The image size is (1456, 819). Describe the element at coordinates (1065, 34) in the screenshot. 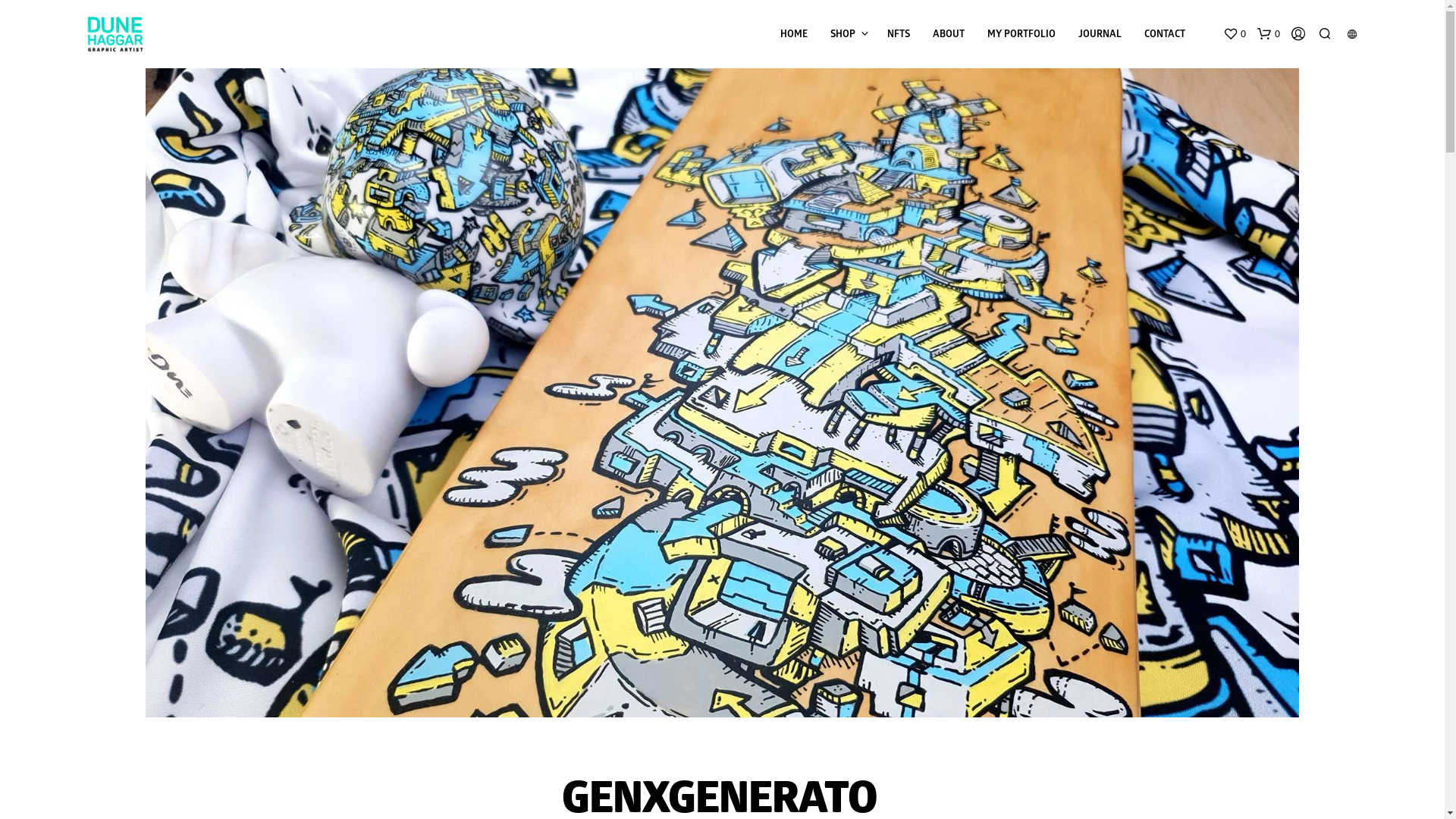

I see `'JOURNAL'` at that location.